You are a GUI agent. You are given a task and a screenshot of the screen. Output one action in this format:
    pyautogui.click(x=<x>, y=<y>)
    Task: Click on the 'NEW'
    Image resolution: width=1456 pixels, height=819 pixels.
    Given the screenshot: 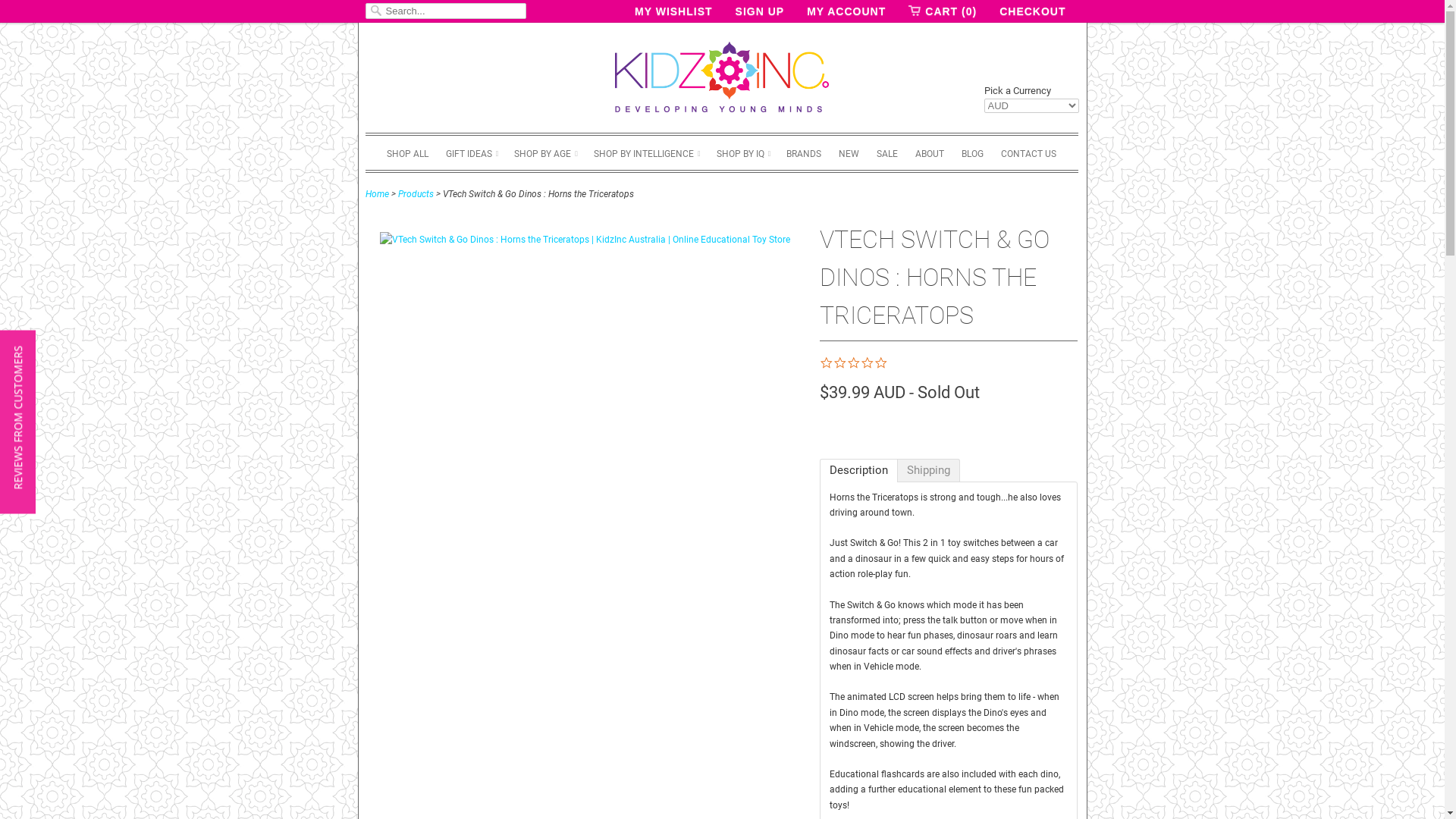 What is the action you would take?
    pyautogui.click(x=848, y=152)
    